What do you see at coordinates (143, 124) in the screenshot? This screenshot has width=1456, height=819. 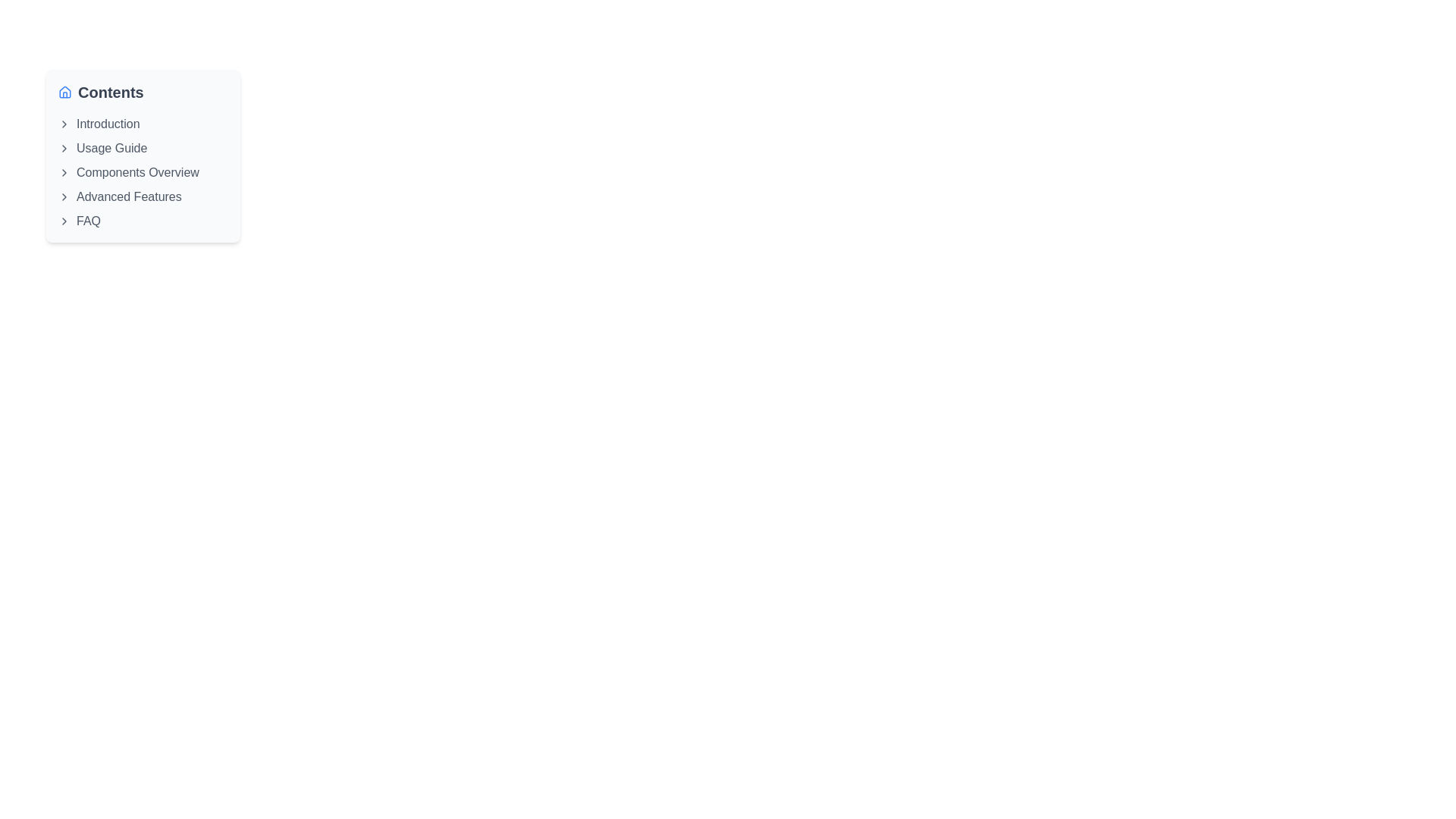 I see `the navigational link for the 'Introduction' section located at the top of the sidebar menu titled 'Contents.'` at bounding box center [143, 124].